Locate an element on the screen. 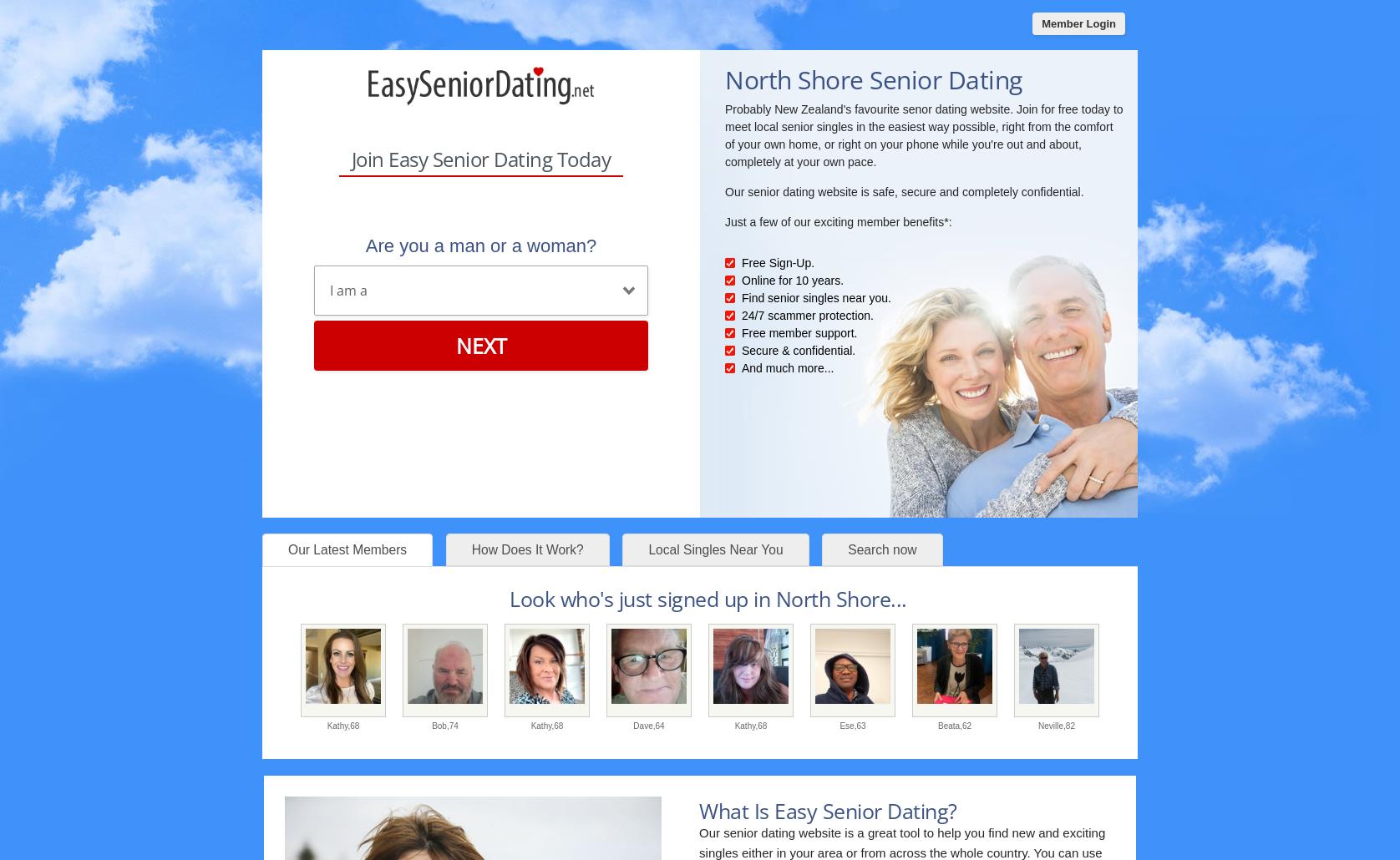  'Dave' is located at coordinates (632, 725).